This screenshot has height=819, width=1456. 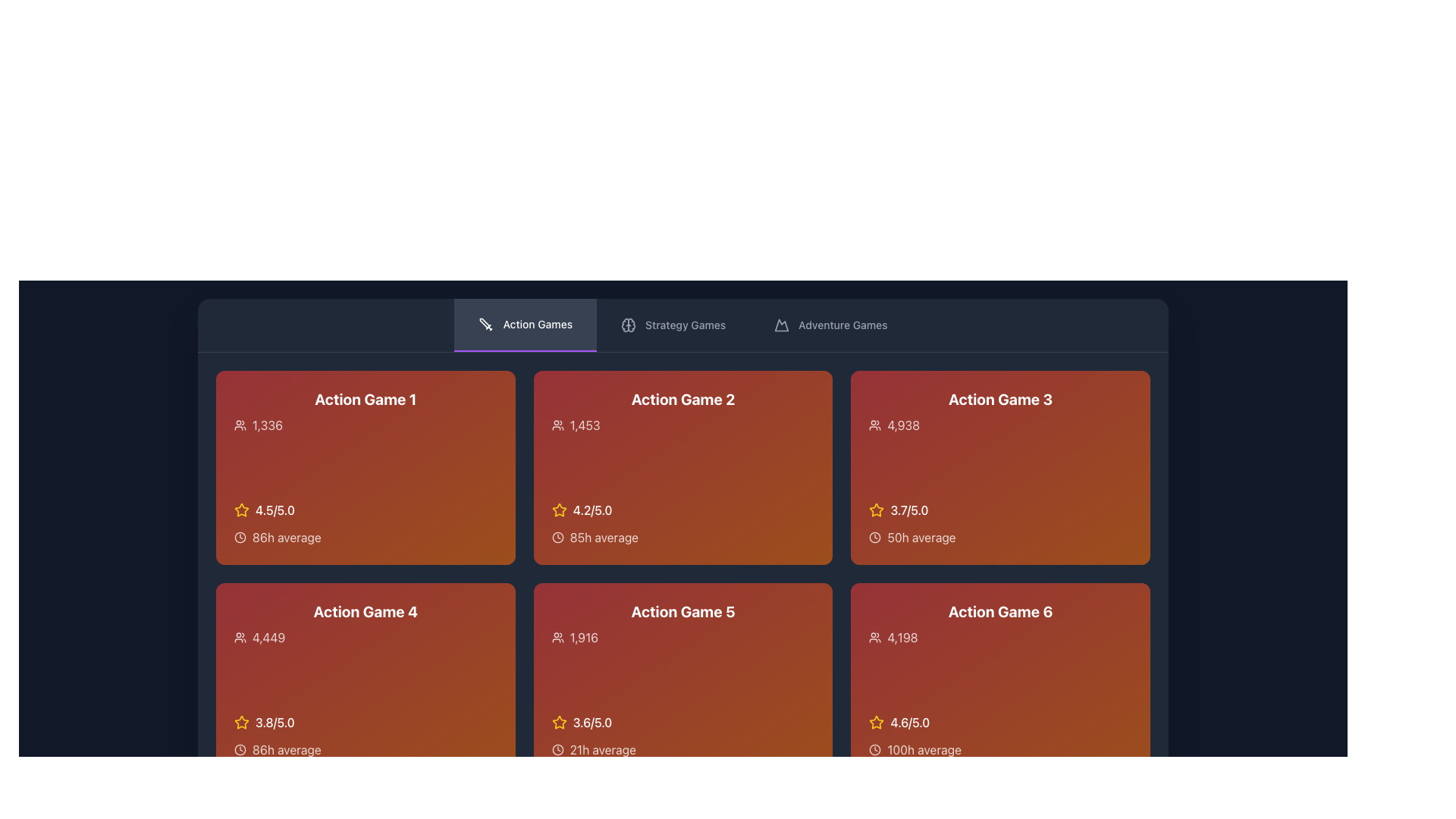 I want to click on the Composite information display showing the rating '3.6/5.0' and '21h average' located at the bottom section of the 'Action Game 5' card, so click(x=682, y=736).